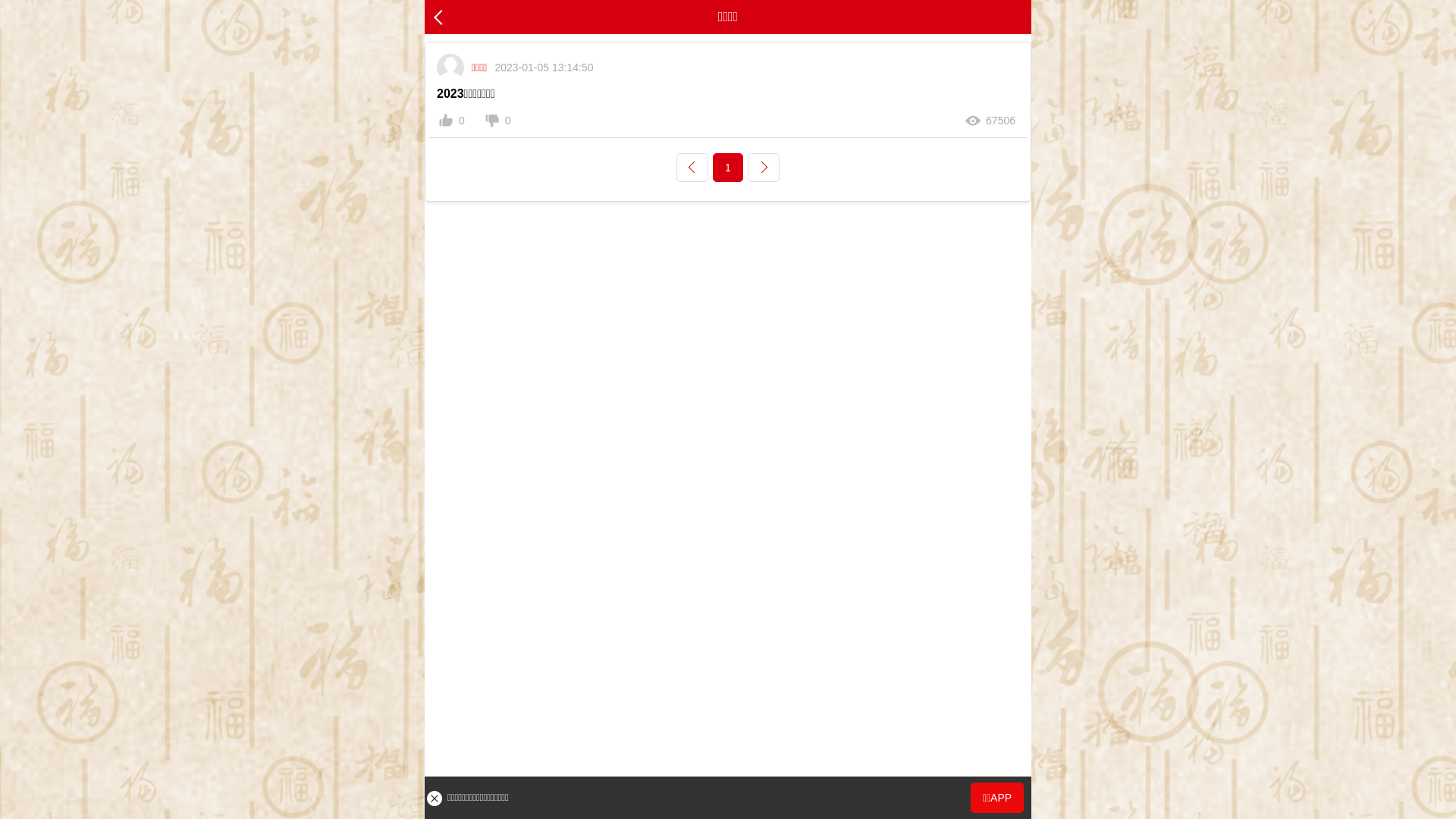 This screenshot has height=819, width=1456. Describe the element at coordinates (728, 167) in the screenshot. I see `'1'` at that location.